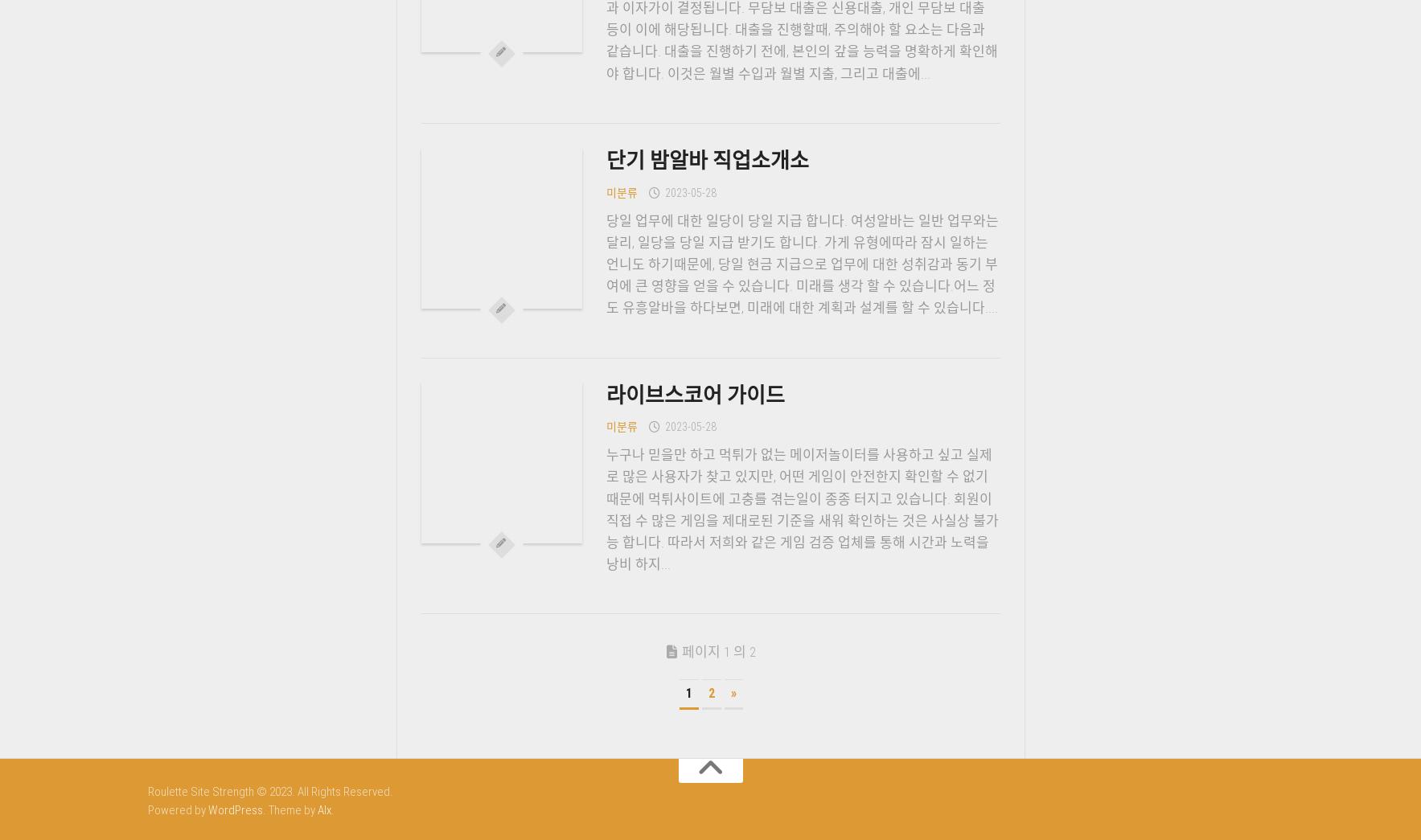 The image size is (1421, 840). What do you see at coordinates (801, 509) in the screenshot?
I see `'누구나 믿을만 하고 먹튀가 없는 메이저놀이터를 사용하고 싶고 실제로 많은 사용자가 찾고 있지만, 어떤 게임이 안전한지 확인할 수 없기 때문에 먹튀사이트에 고충를 겪는일이 종종 터지고 있습니다. 회원이 직접 수 많은 게임을 제대로된 기준을 새워 확인하는 것은 사실상 불가능 합니다. 따라서 저희와 같은 게임 검증 업체를 통해 시간과 노력을 낭비 하지...'` at bounding box center [801, 509].